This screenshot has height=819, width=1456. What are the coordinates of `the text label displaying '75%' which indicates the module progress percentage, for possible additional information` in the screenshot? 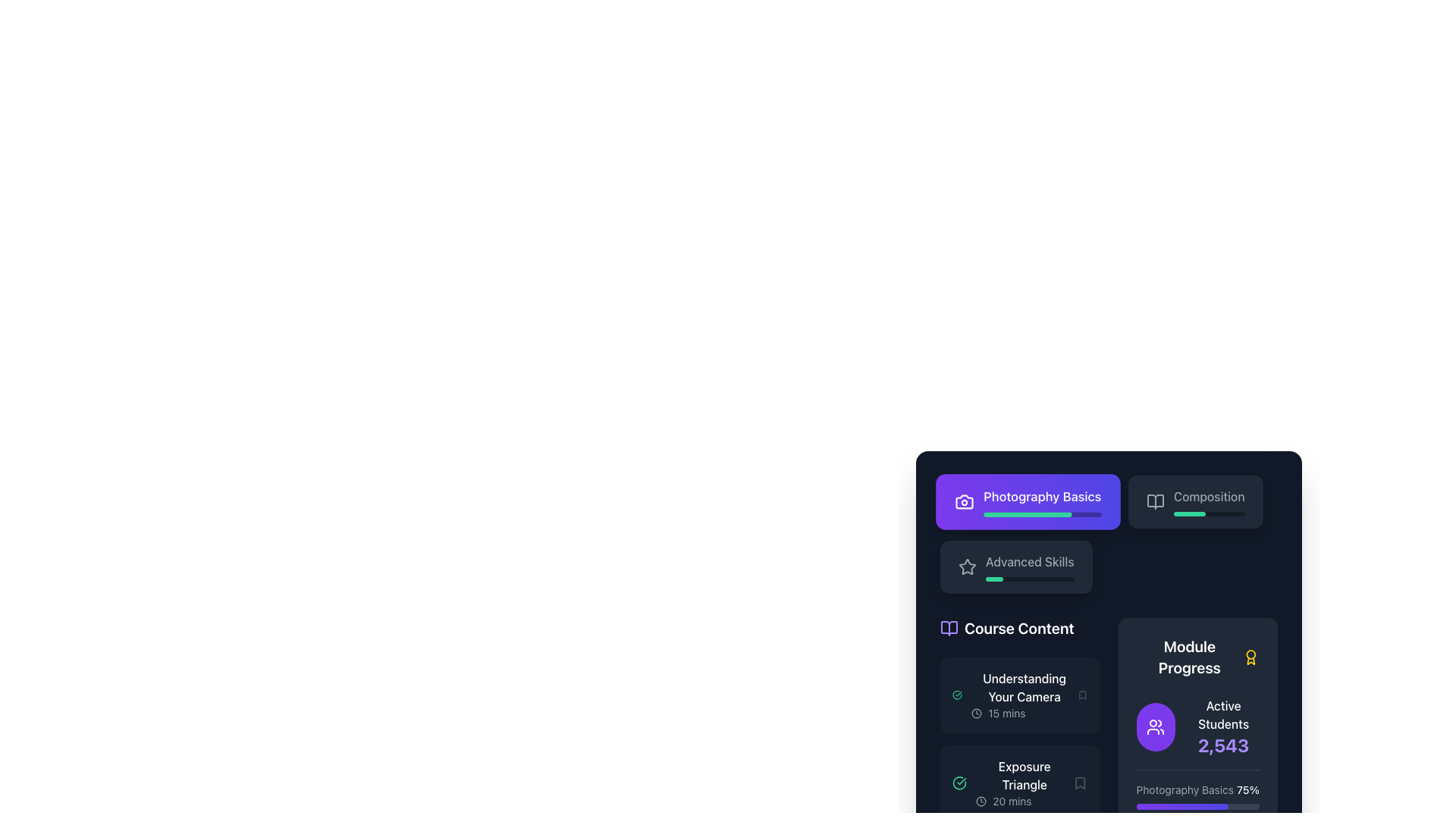 It's located at (1248, 789).